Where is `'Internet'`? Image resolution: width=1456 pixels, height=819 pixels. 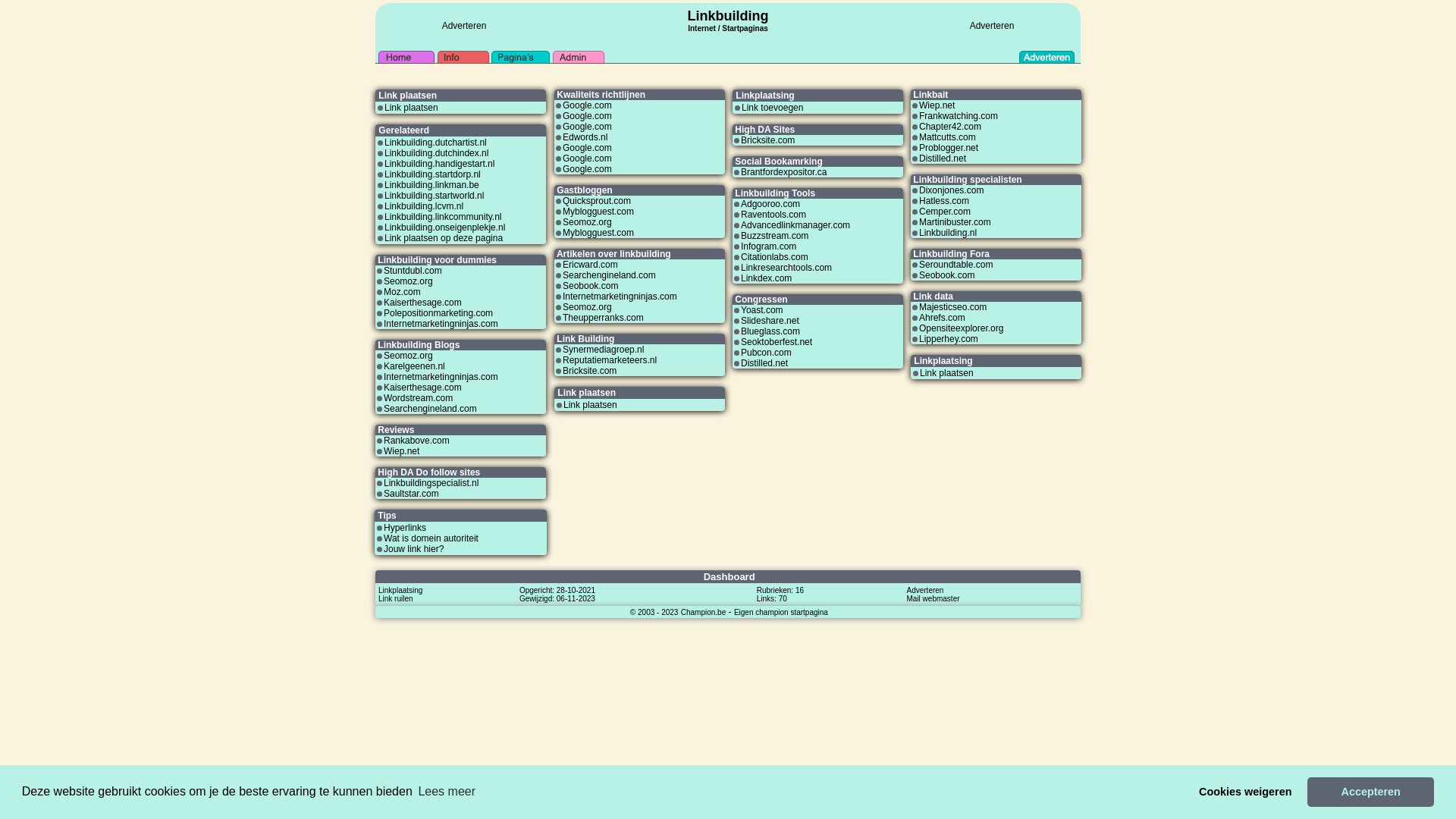
'Internet' is located at coordinates (687, 26).